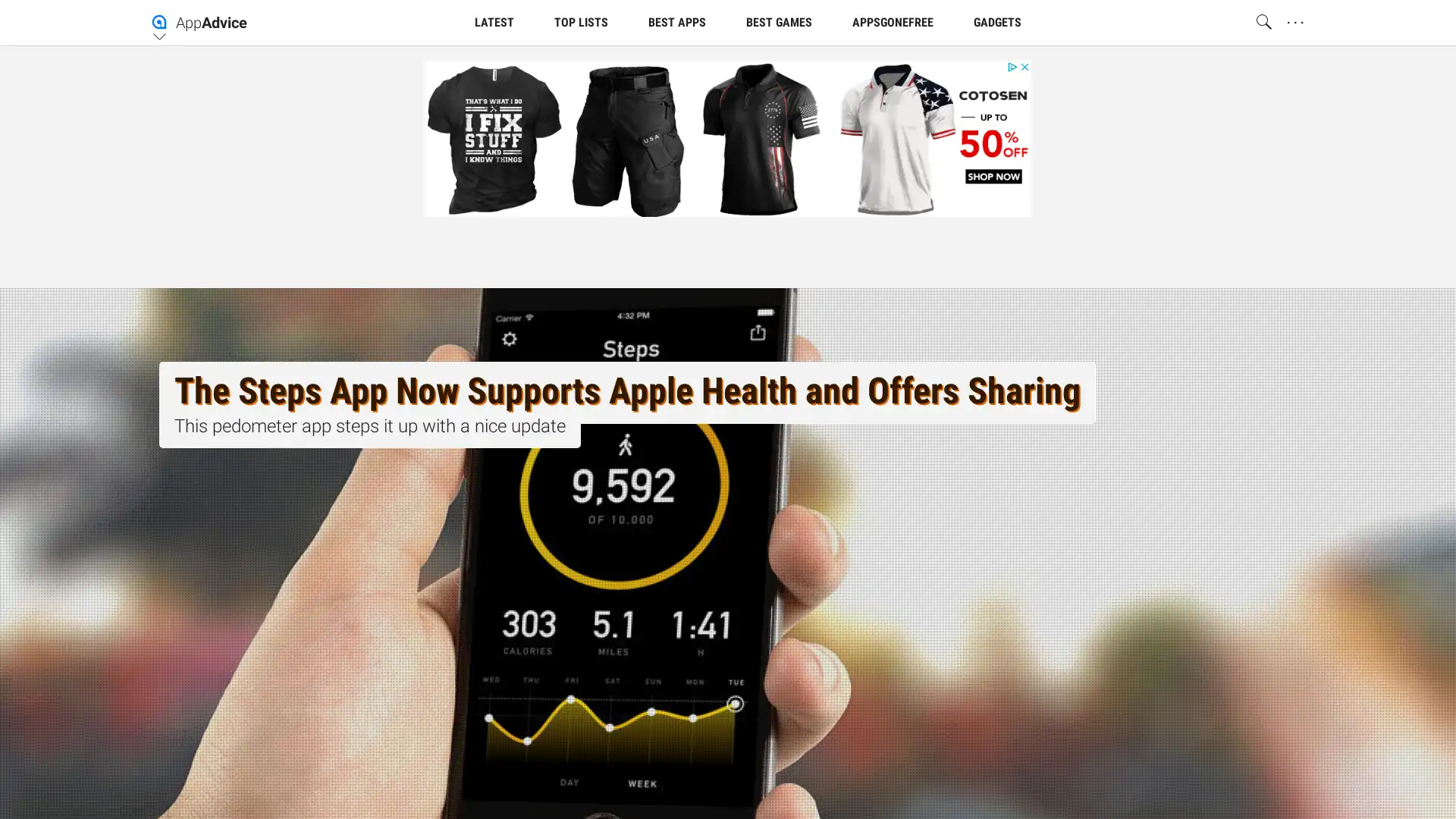 The height and width of the screenshot is (819, 1456). I want to click on Apps, so click(852, 143).